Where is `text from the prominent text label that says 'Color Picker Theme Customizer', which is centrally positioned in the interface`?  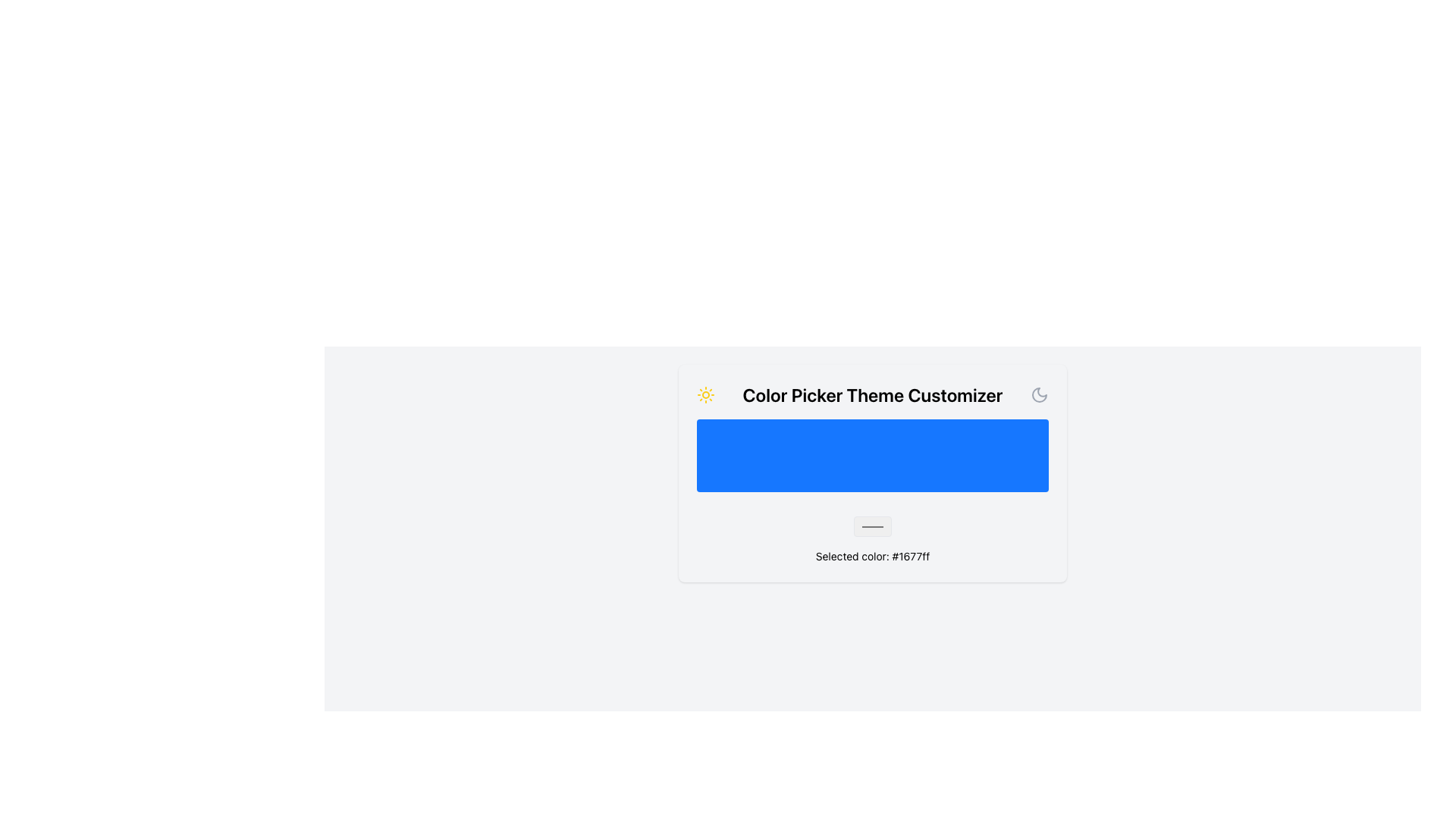
text from the prominent text label that says 'Color Picker Theme Customizer', which is centrally positioned in the interface is located at coordinates (873, 394).